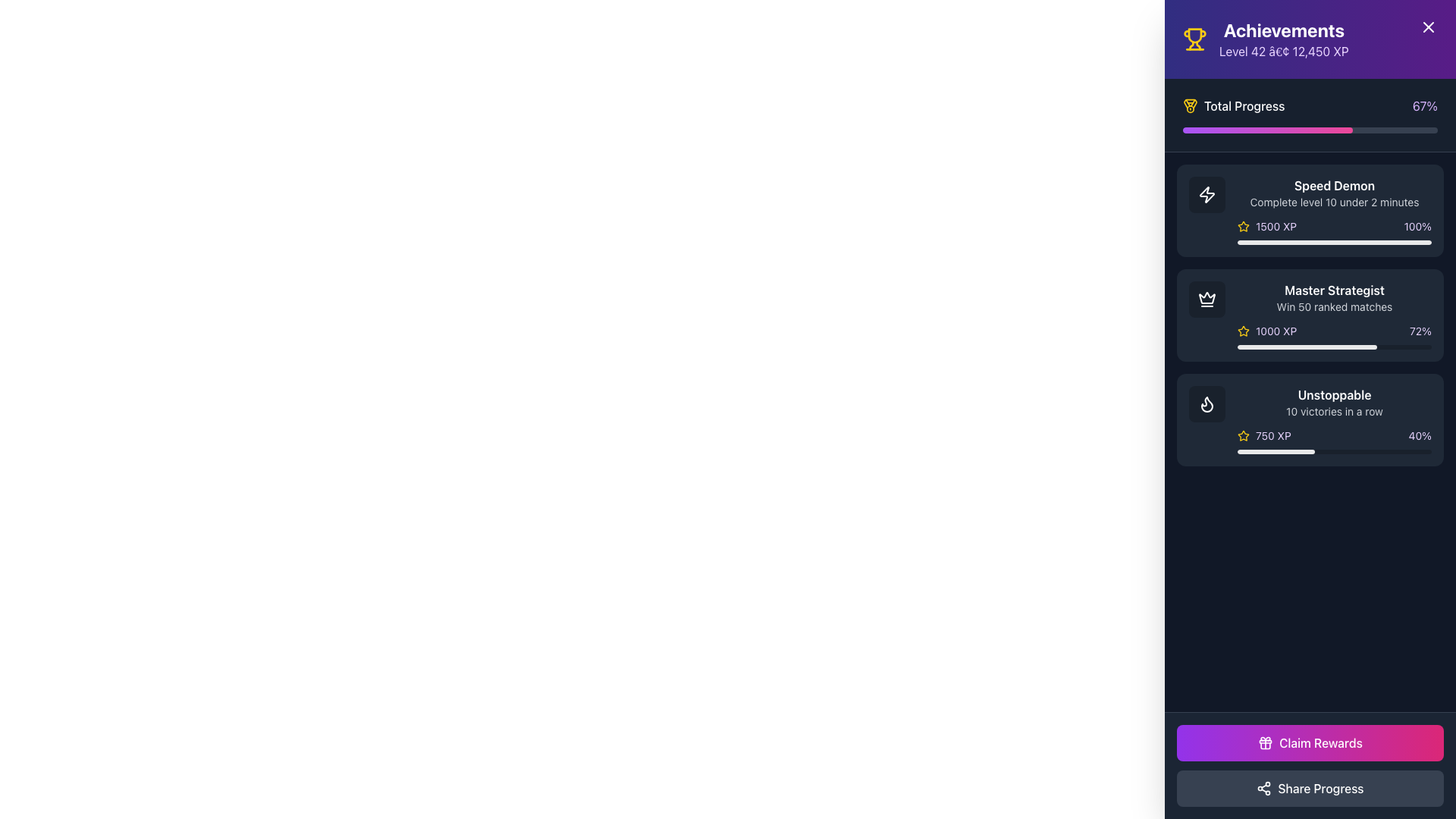 The width and height of the screenshot is (1456, 819). Describe the element at coordinates (1244, 435) in the screenshot. I see `the star-shaped golden-yellow icon located in the 'Unstoppable' achievement row, to the left of the text '750 XP'` at that location.